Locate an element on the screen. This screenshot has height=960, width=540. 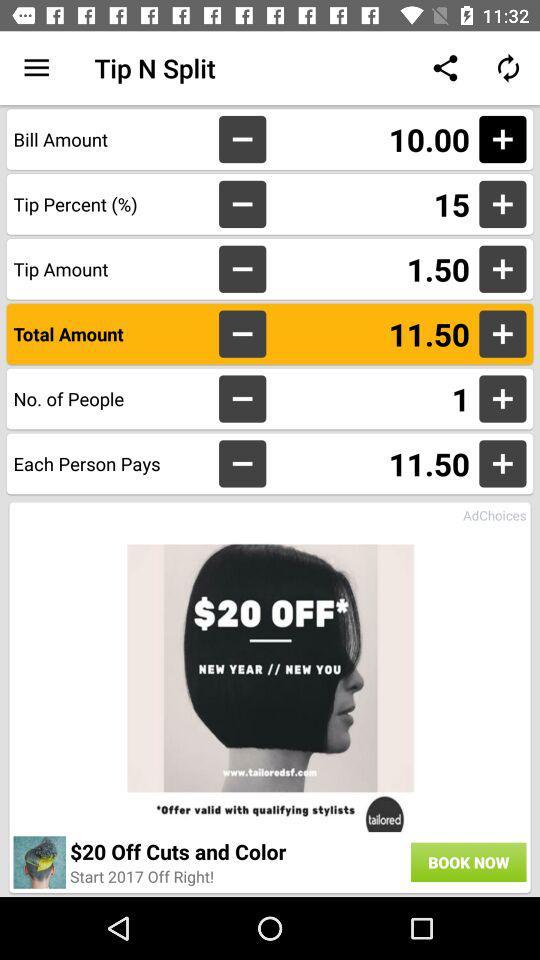
icon to the left of the book now icon is located at coordinates (141, 875).